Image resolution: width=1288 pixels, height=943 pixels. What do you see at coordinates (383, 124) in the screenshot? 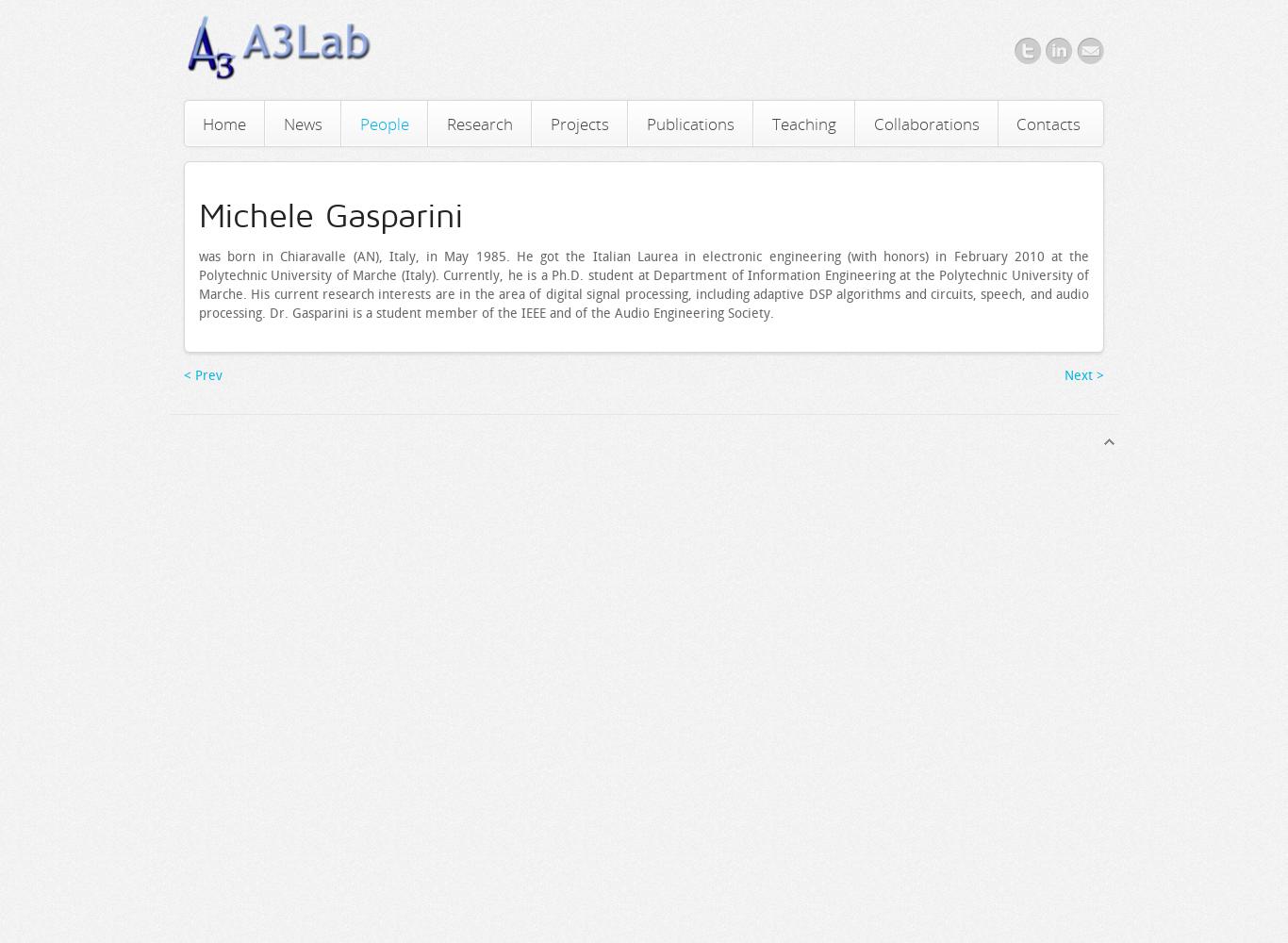
I see `'People'` at bounding box center [383, 124].